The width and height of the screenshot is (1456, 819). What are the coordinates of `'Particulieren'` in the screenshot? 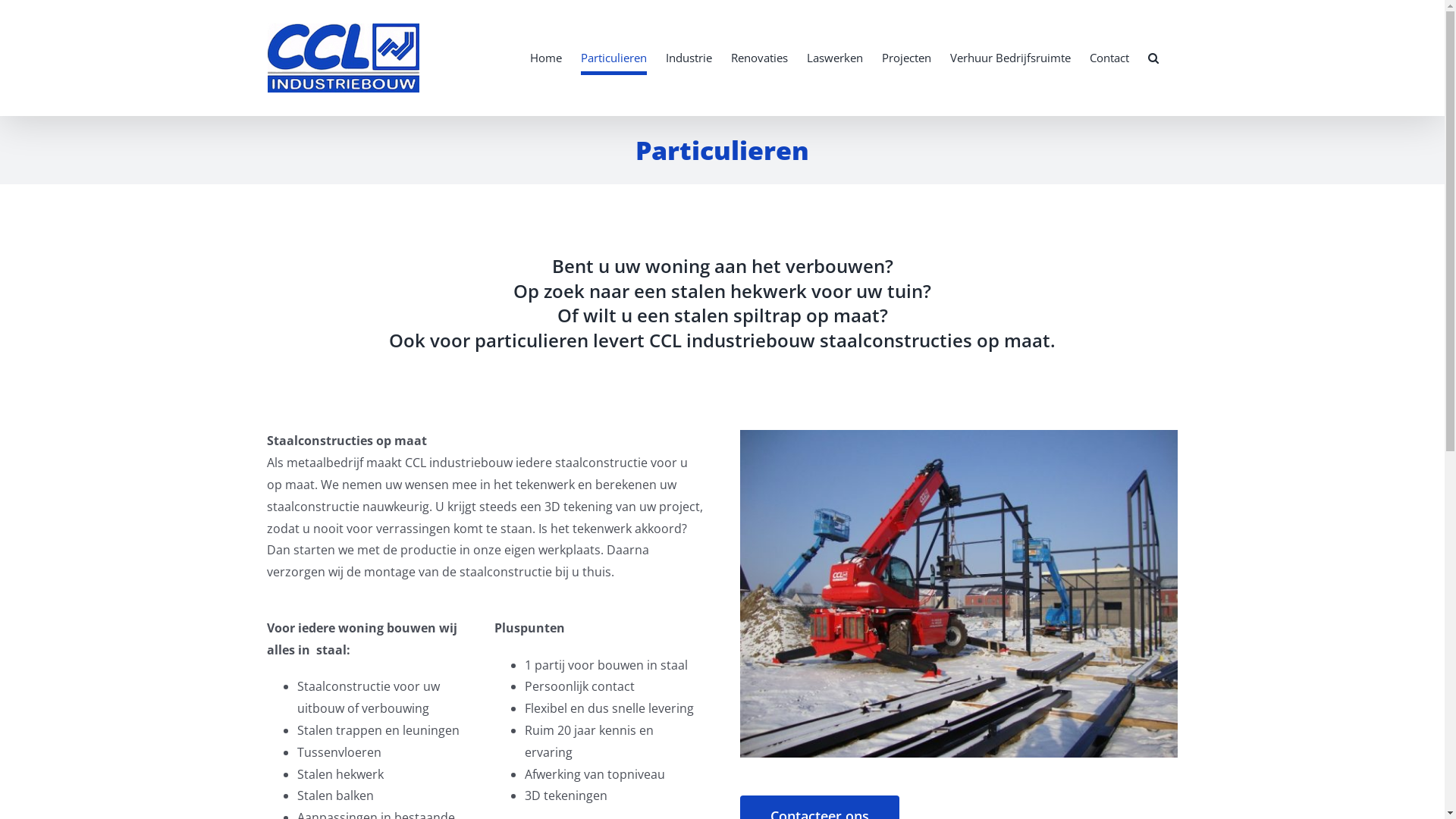 It's located at (613, 57).